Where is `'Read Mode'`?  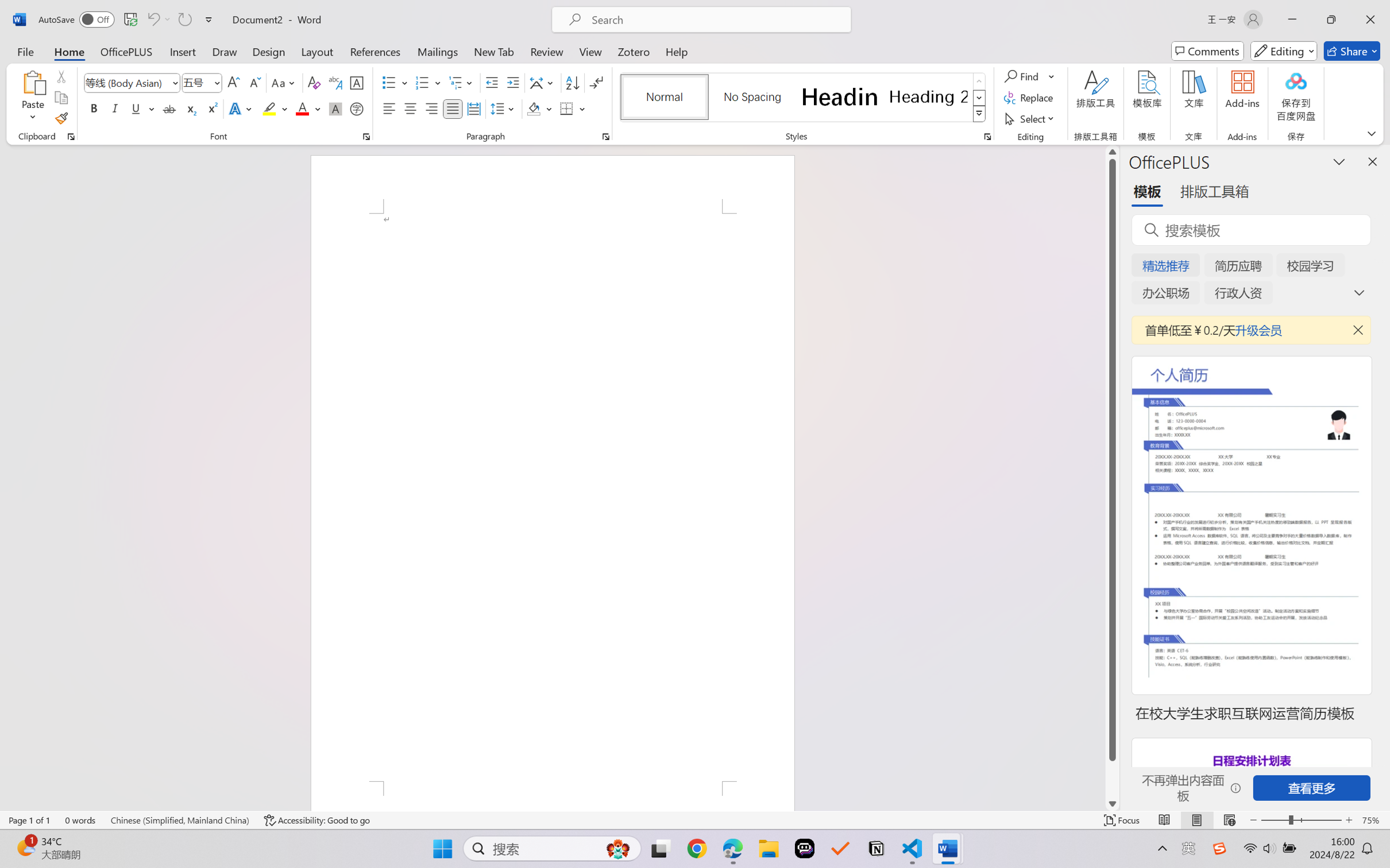 'Read Mode' is located at coordinates (1164, 820).